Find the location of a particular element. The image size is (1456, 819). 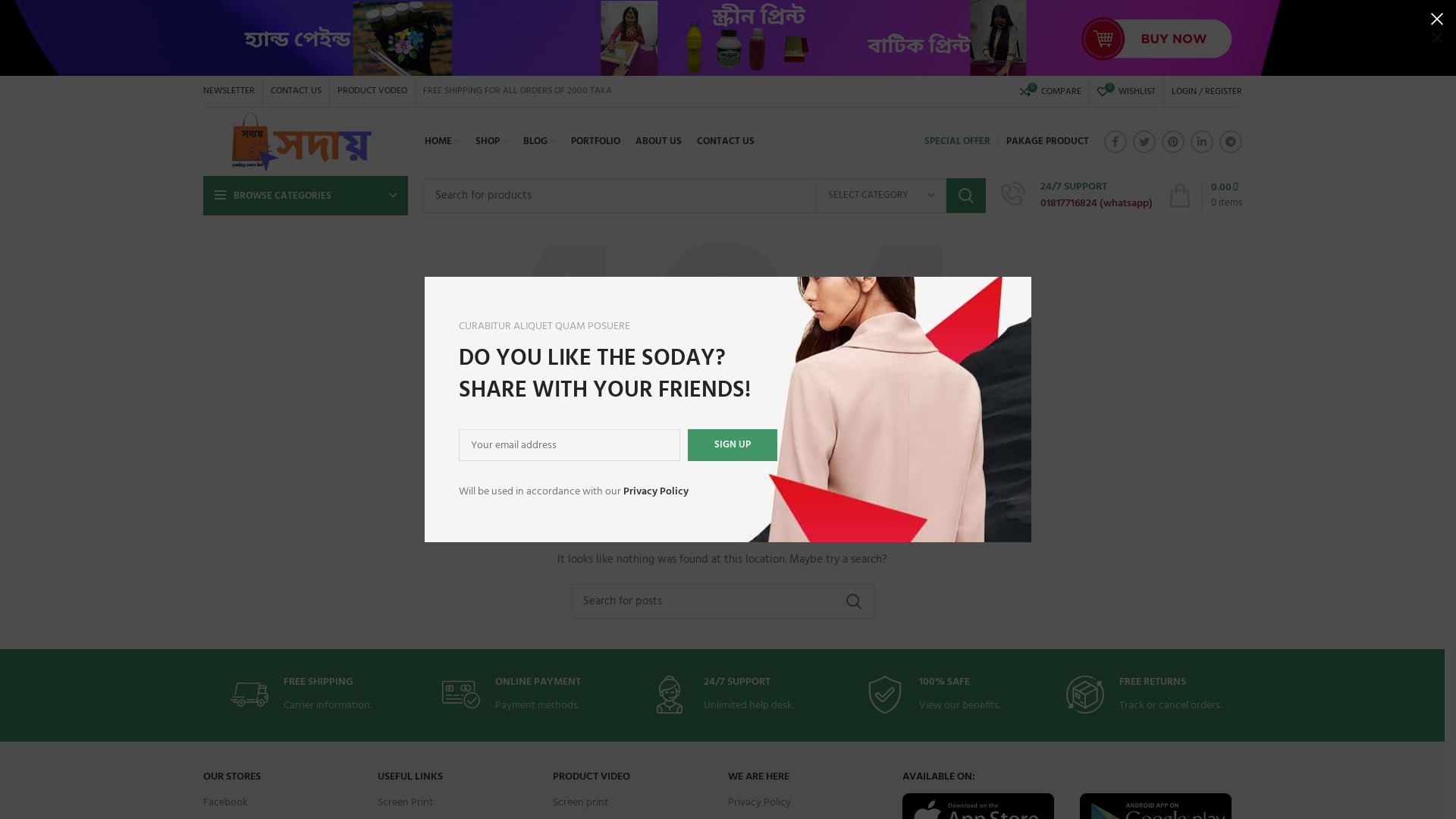

'ABOUT US' is located at coordinates (658, 141).